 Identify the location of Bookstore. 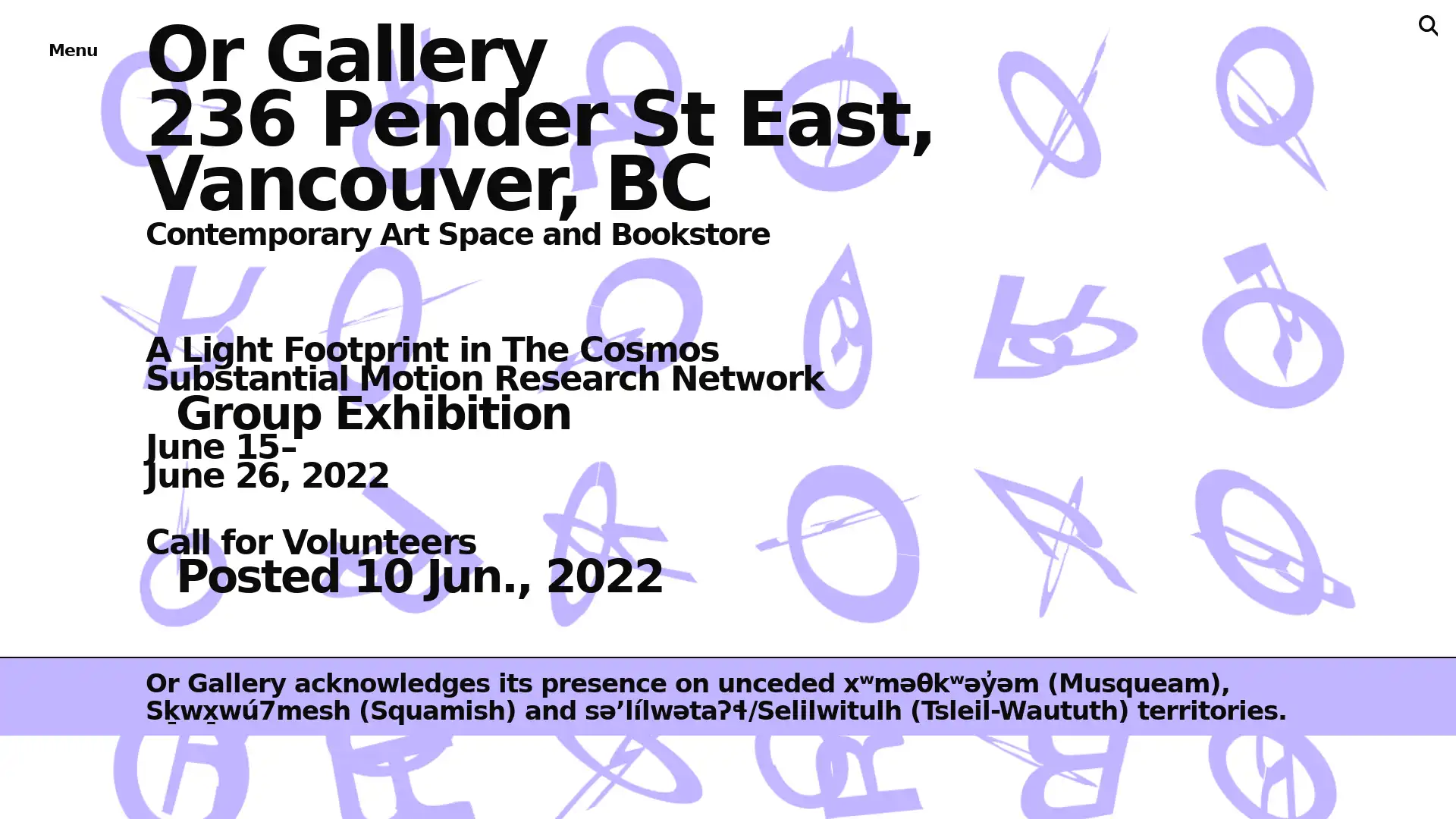
(329, 428).